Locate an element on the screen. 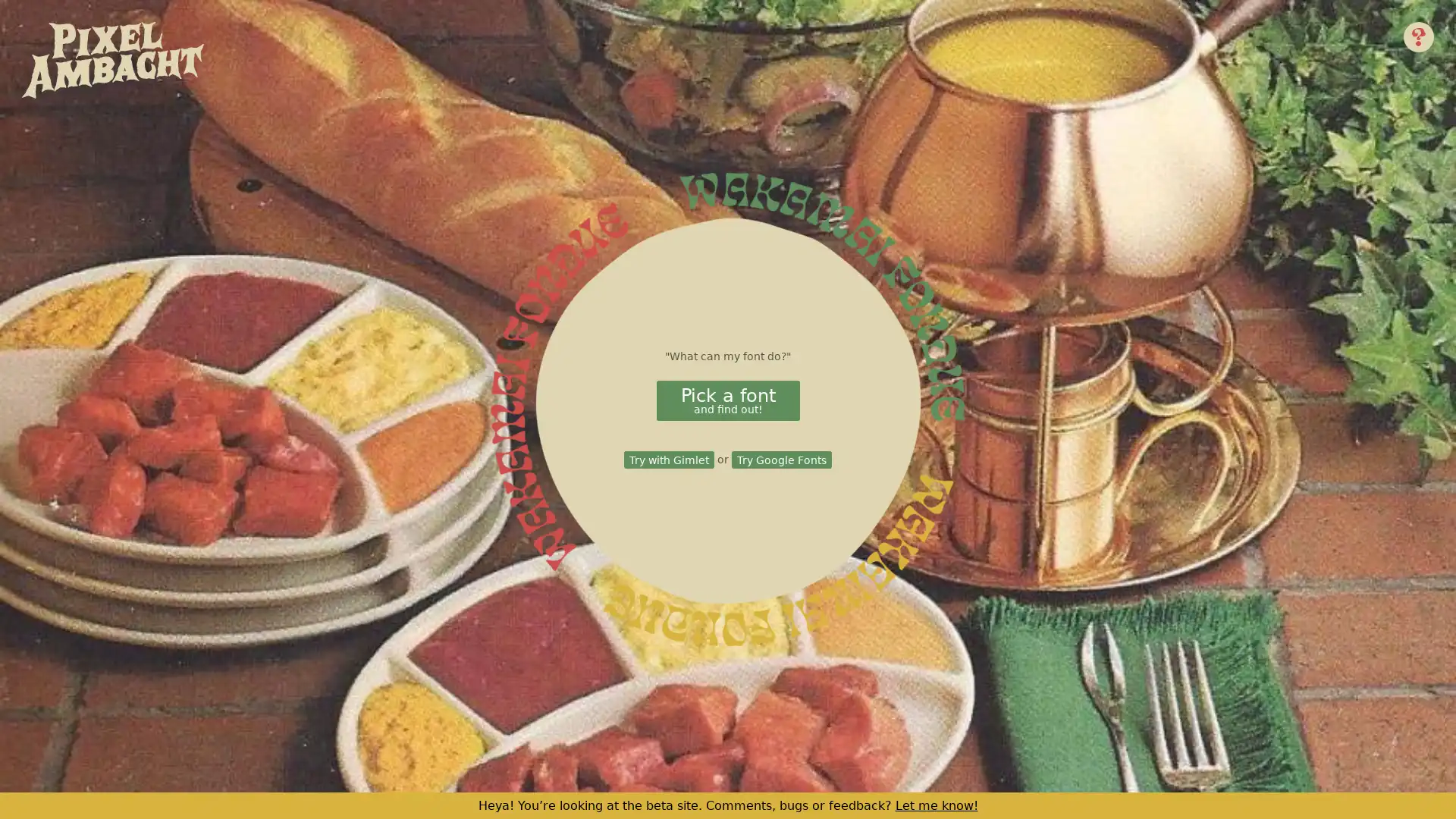 The height and width of the screenshot is (819, 1456). Info is located at coordinates (1418, 35).